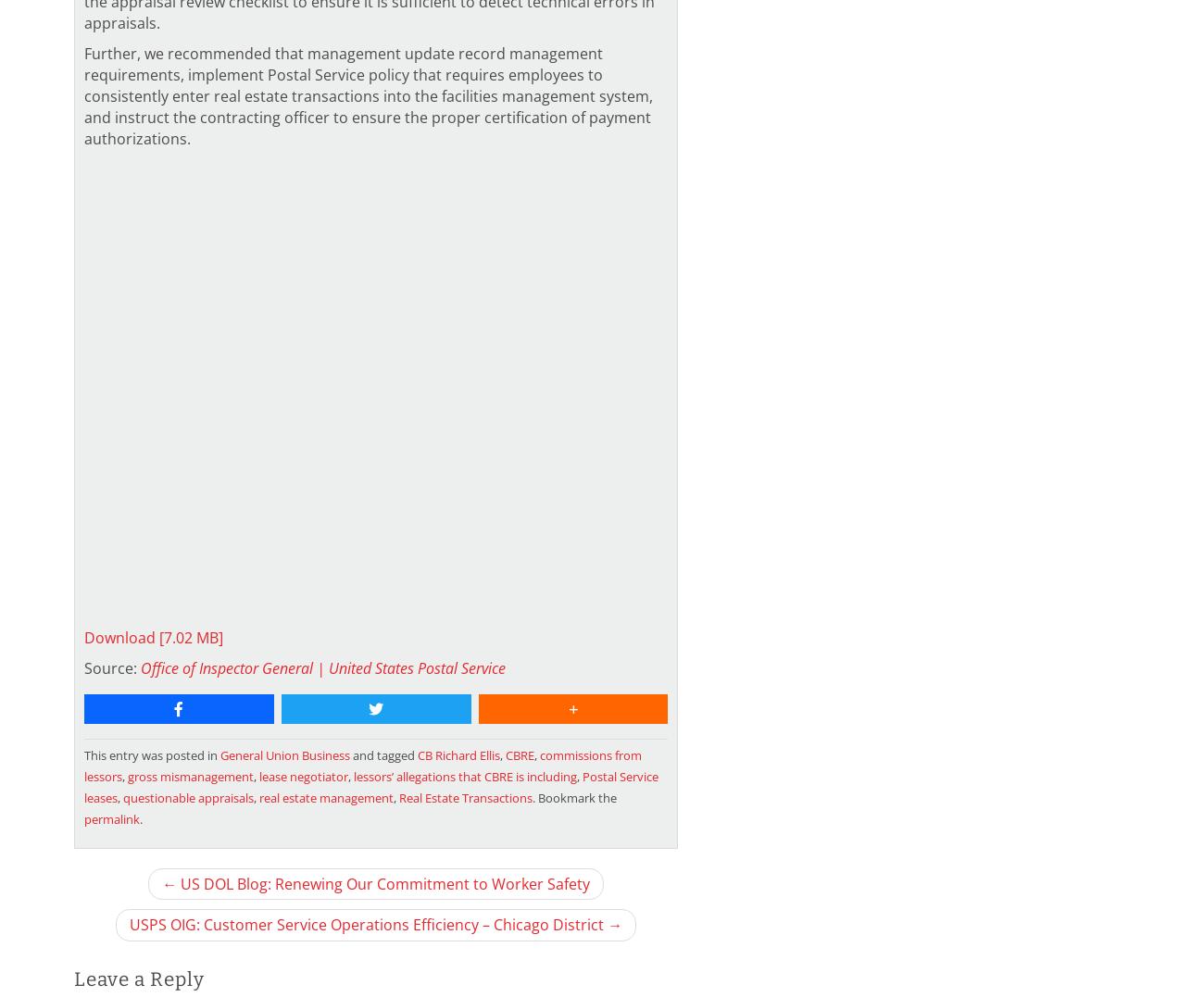  What do you see at coordinates (519, 755) in the screenshot?
I see `'CBRE'` at bounding box center [519, 755].